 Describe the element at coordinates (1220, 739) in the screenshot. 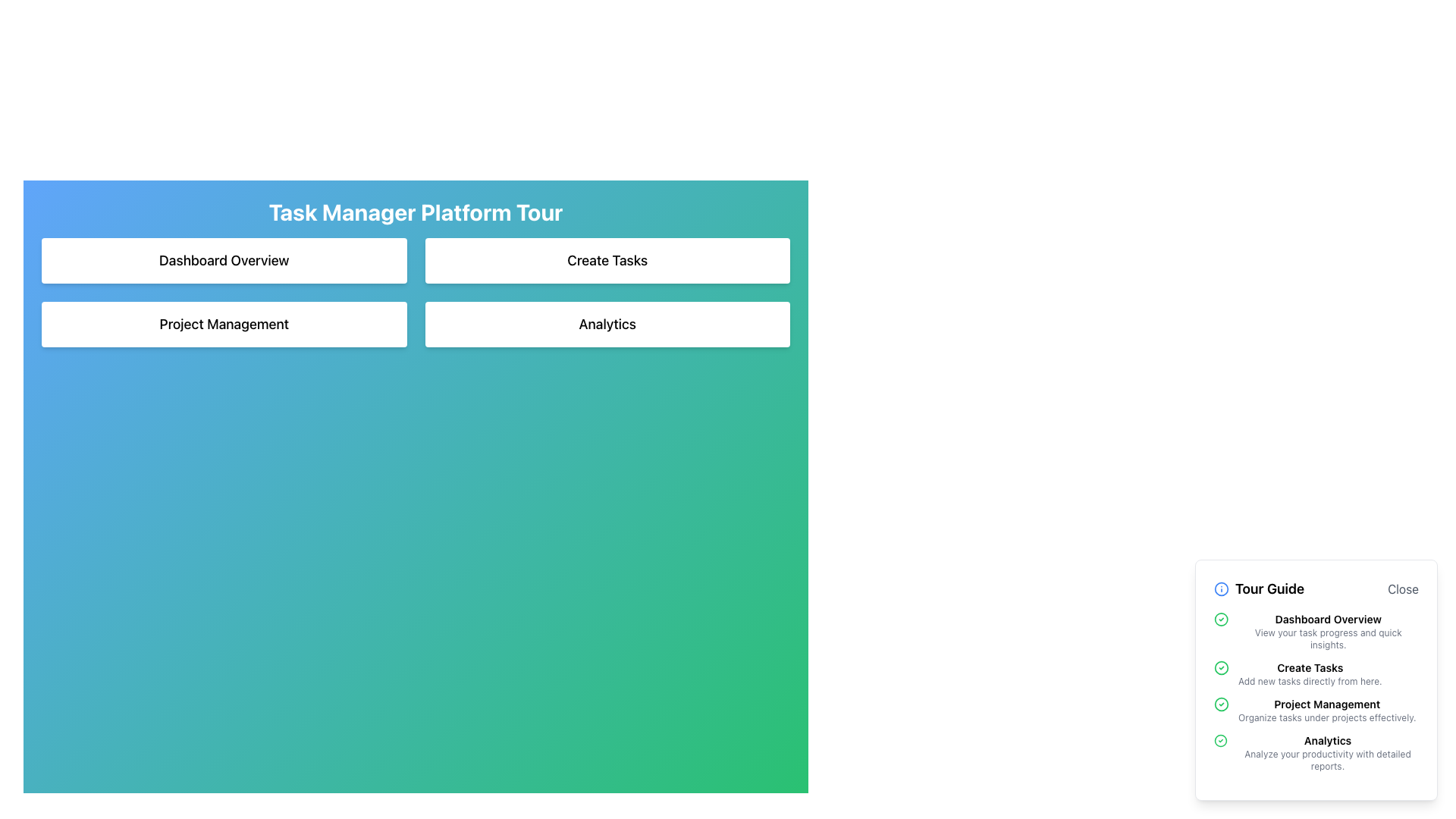

I see `the non-interactive status indicator icon for the 'Analytics' feature, located at the leftmost position of the 'Analytics' list item in the guide panel` at that location.